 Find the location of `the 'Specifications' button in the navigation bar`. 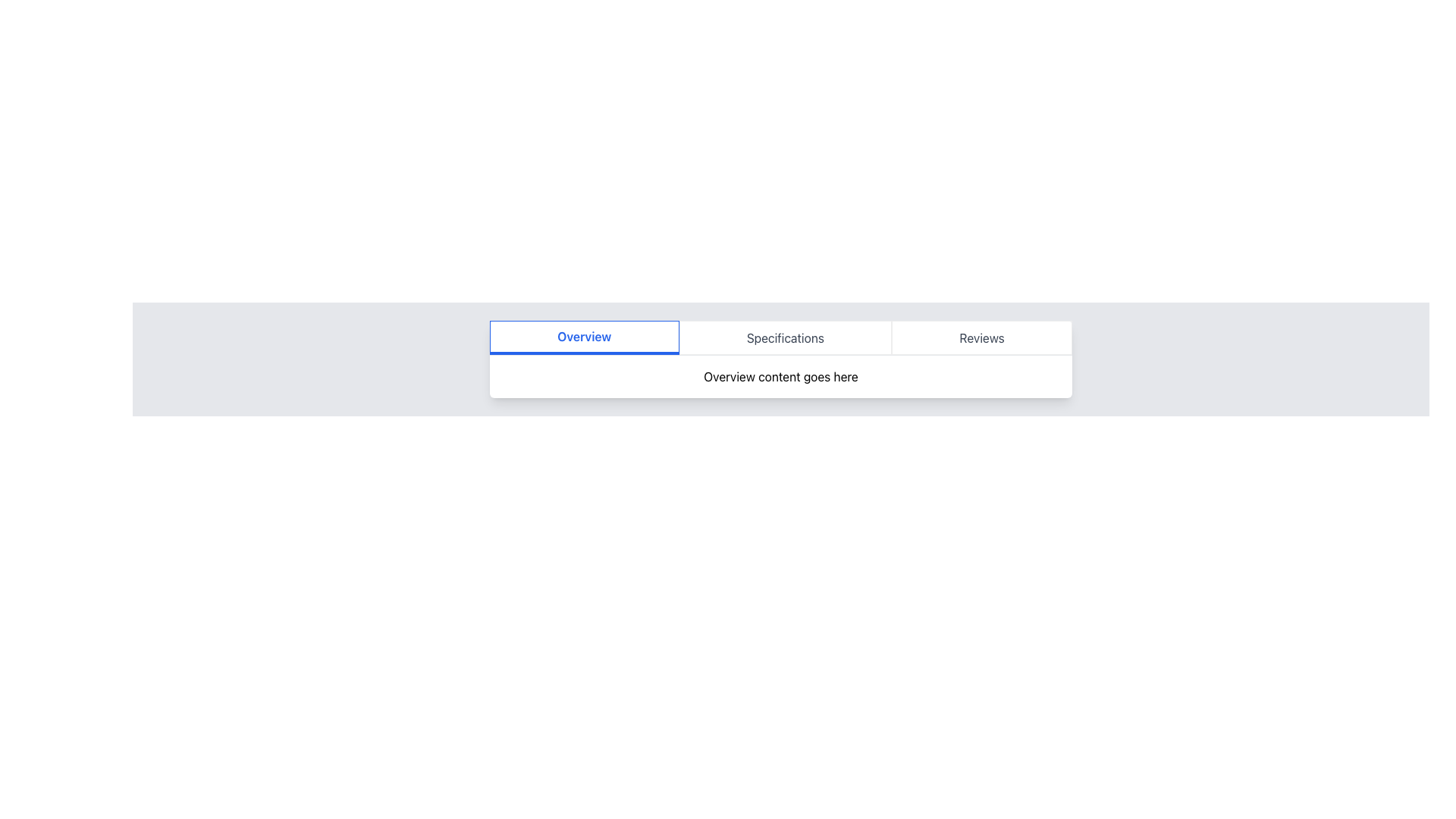

the 'Specifications' button in the navigation bar is located at coordinates (785, 337).